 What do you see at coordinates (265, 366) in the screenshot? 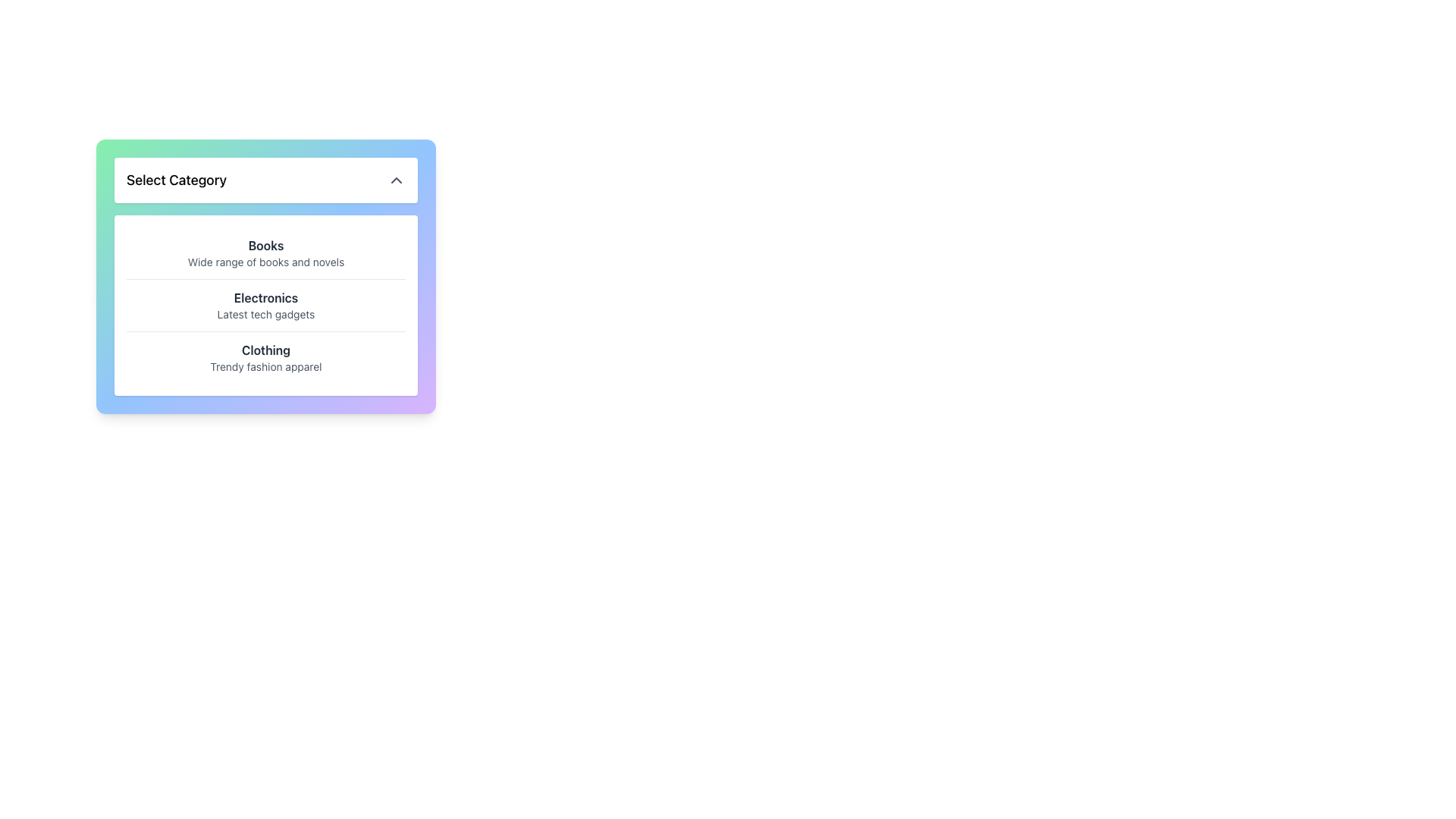
I see `the descriptive subtitle for the 'Clothing' category in the dropdown menu, which is positioned directly beneath the 'Clothing' label` at bounding box center [265, 366].